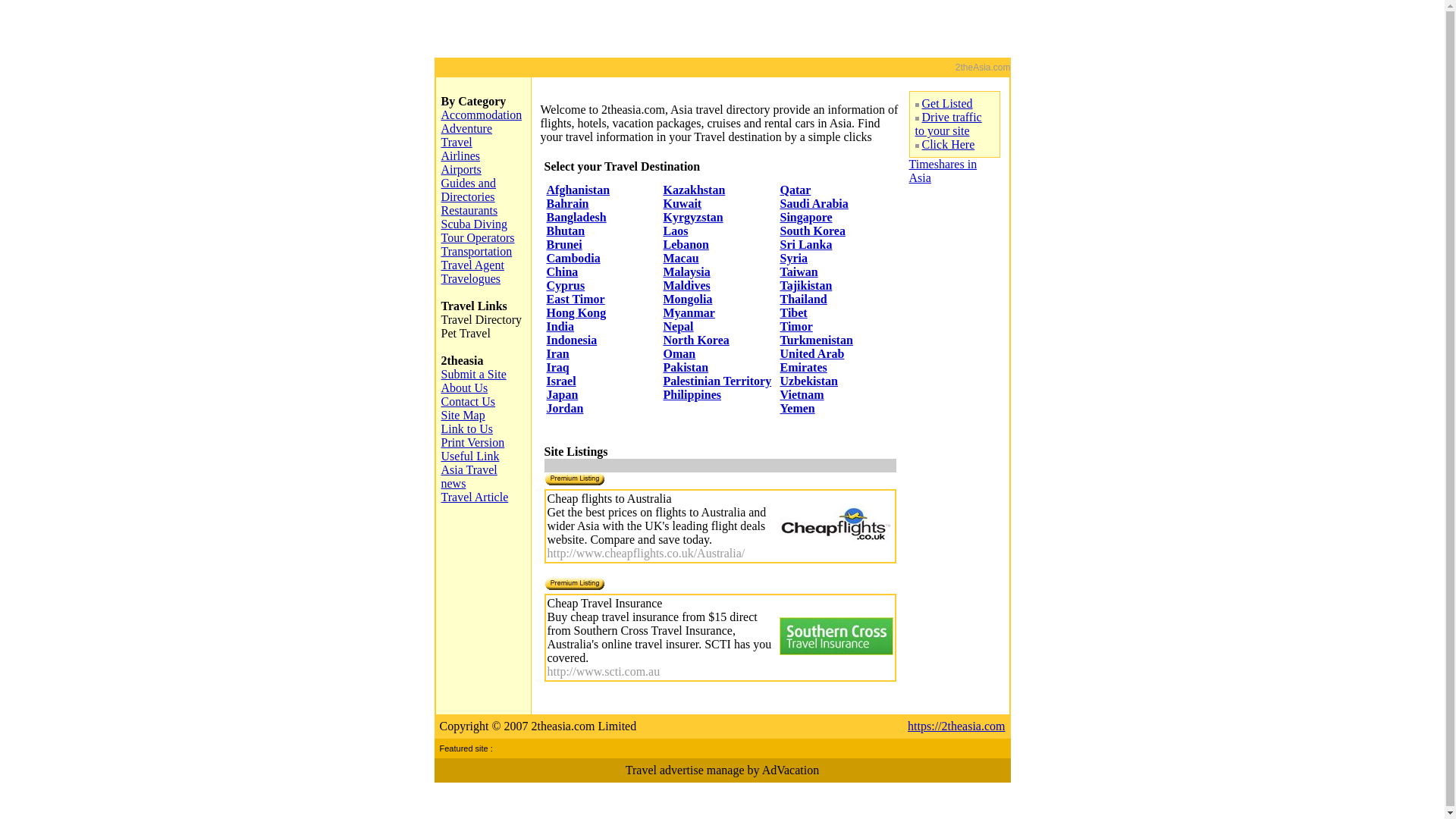 The height and width of the screenshot is (819, 1456). Describe the element at coordinates (811, 360) in the screenshot. I see `'United Arab Emirates'` at that location.